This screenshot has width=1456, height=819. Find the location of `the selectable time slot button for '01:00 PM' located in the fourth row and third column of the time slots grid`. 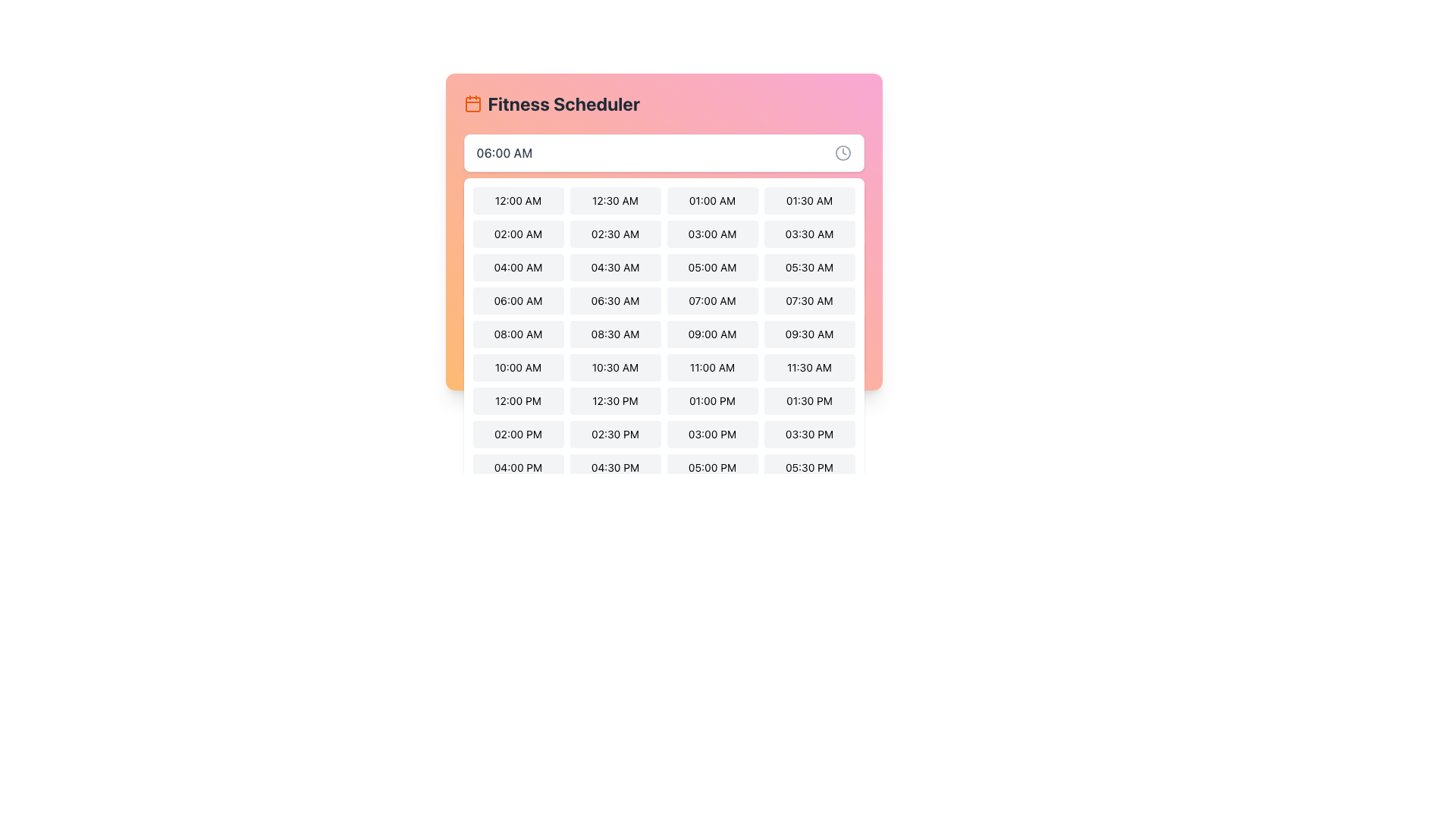

the selectable time slot button for '01:00 PM' located in the fourth row and third column of the time slots grid is located at coordinates (711, 400).